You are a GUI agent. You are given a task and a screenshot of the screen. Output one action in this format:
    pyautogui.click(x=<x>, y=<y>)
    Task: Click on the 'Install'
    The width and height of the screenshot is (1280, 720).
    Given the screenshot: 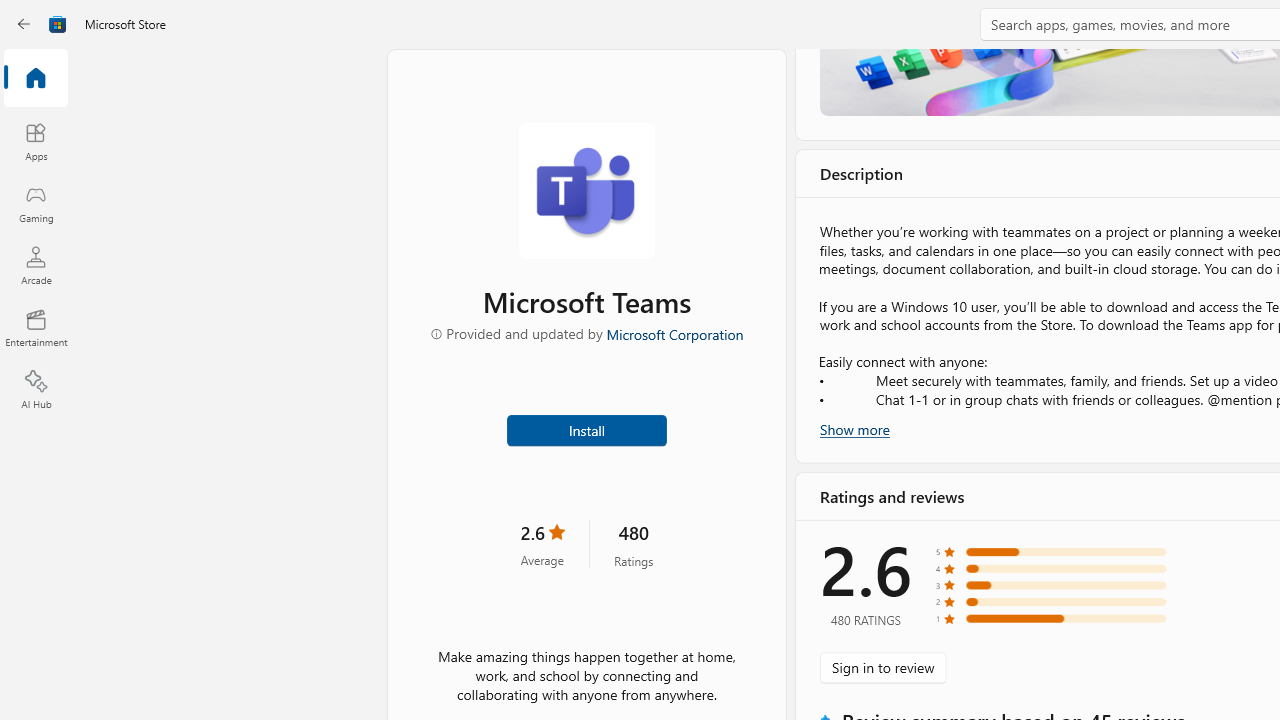 What is the action you would take?
    pyautogui.click(x=585, y=428)
    